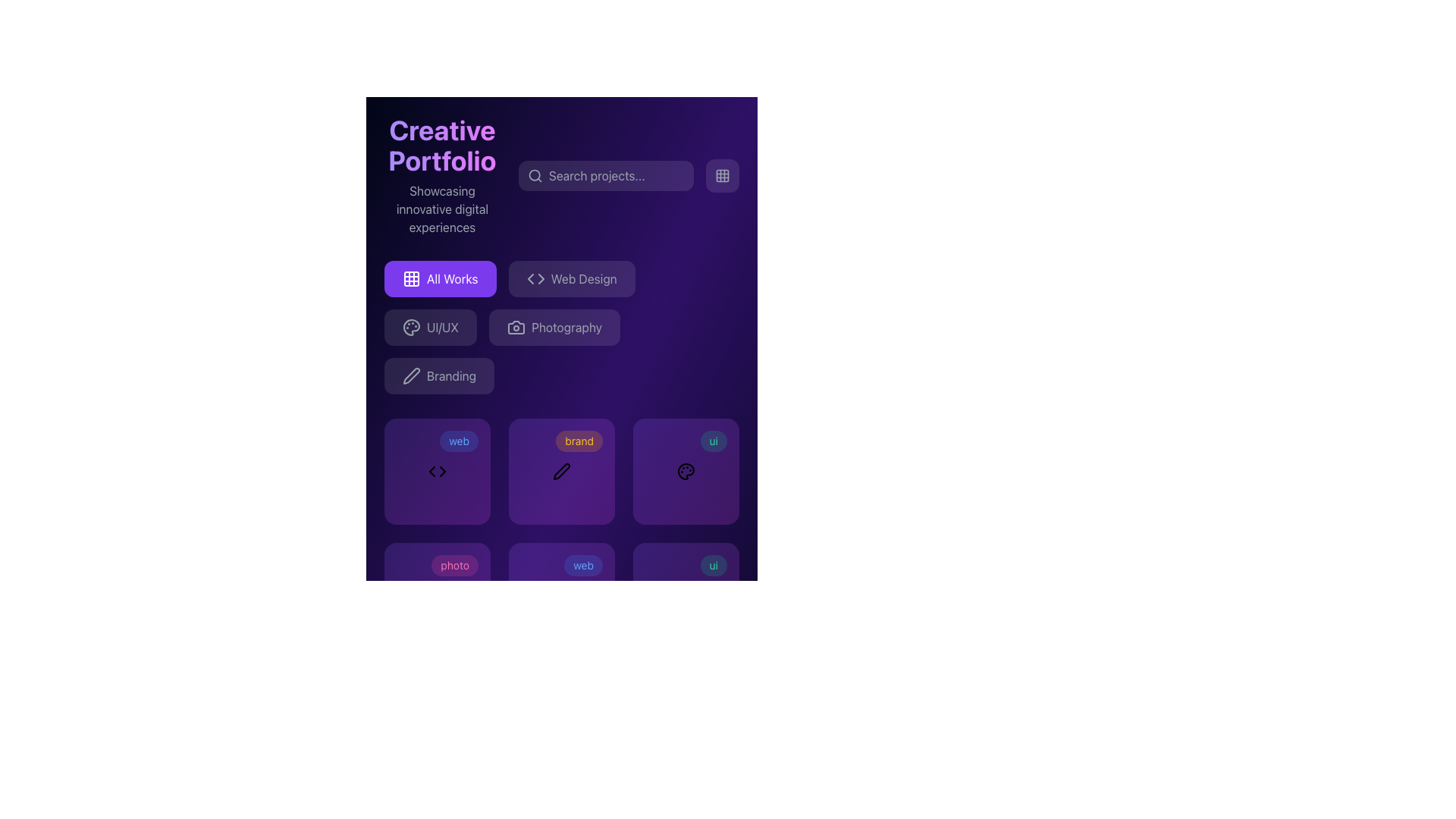 The image size is (1456, 819). What do you see at coordinates (541, 278) in the screenshot?
I see `the rightward arrow vector graphic within the 'code' icon SVG, which visually represents coding activities` at bounding box center [541, 278].